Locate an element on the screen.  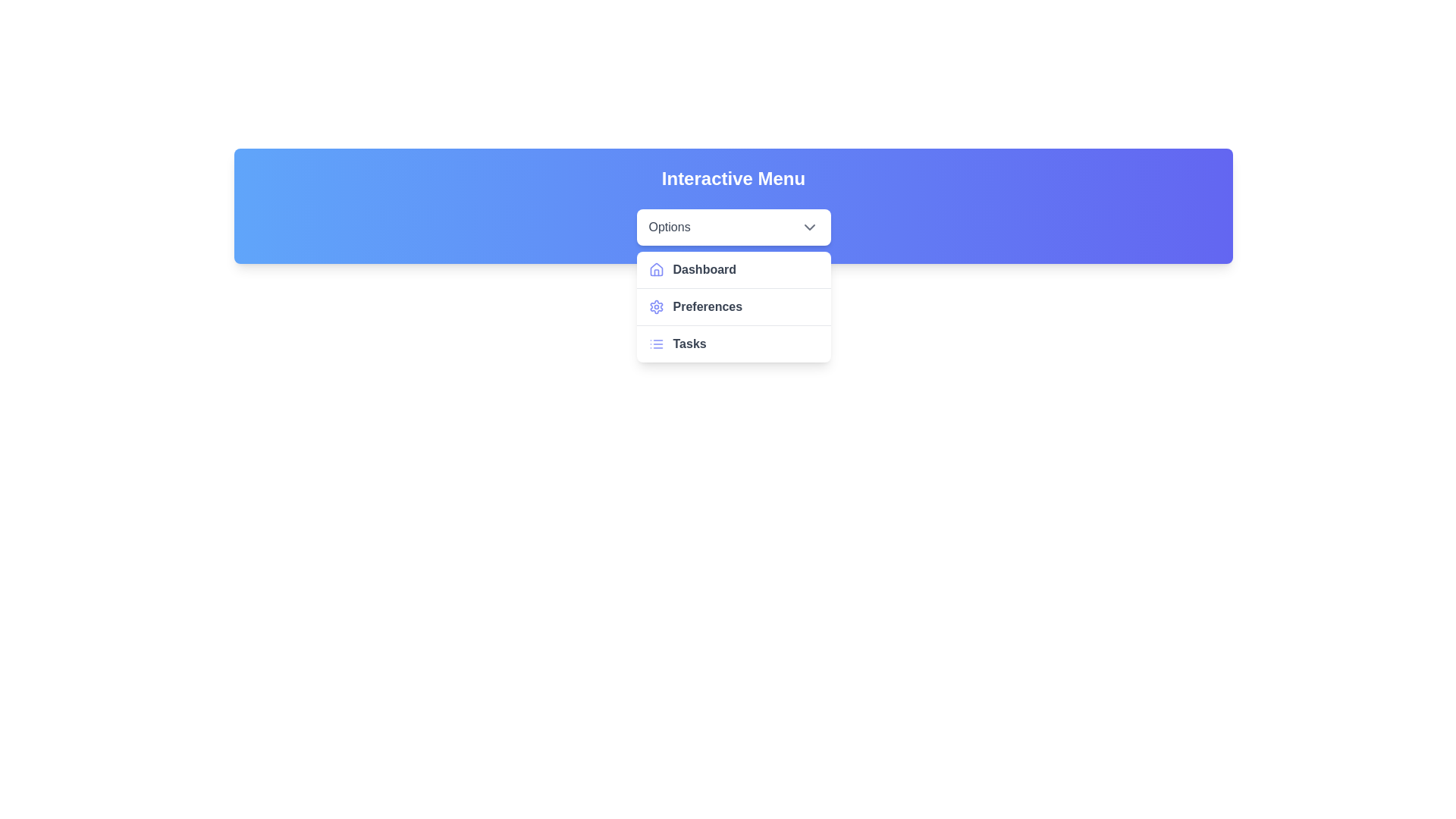
the 'Dashboard' text label in the dropdown menu under 'Options', which is the first entry in the list is located at coordinates (704, 268).